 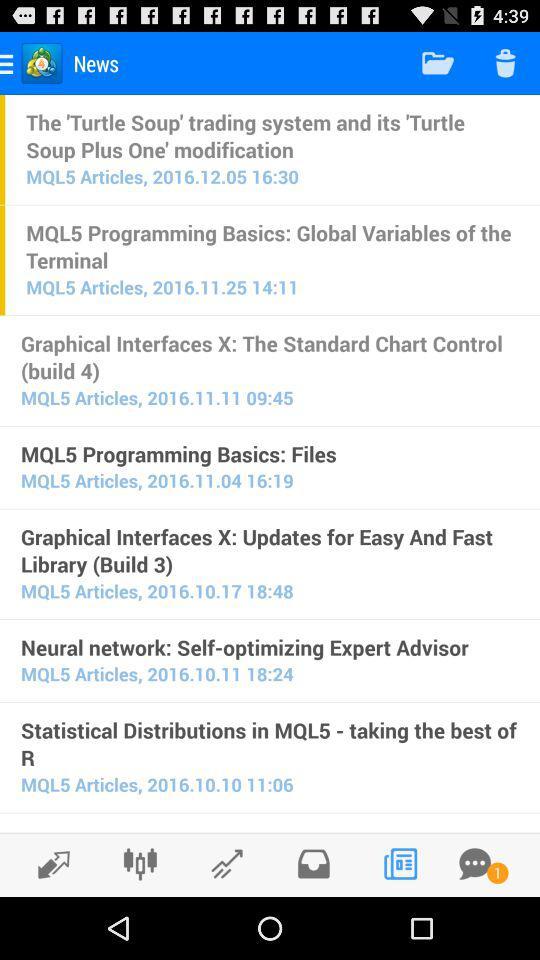 I want to click on the sliders icon, so click(x=139, y=924).